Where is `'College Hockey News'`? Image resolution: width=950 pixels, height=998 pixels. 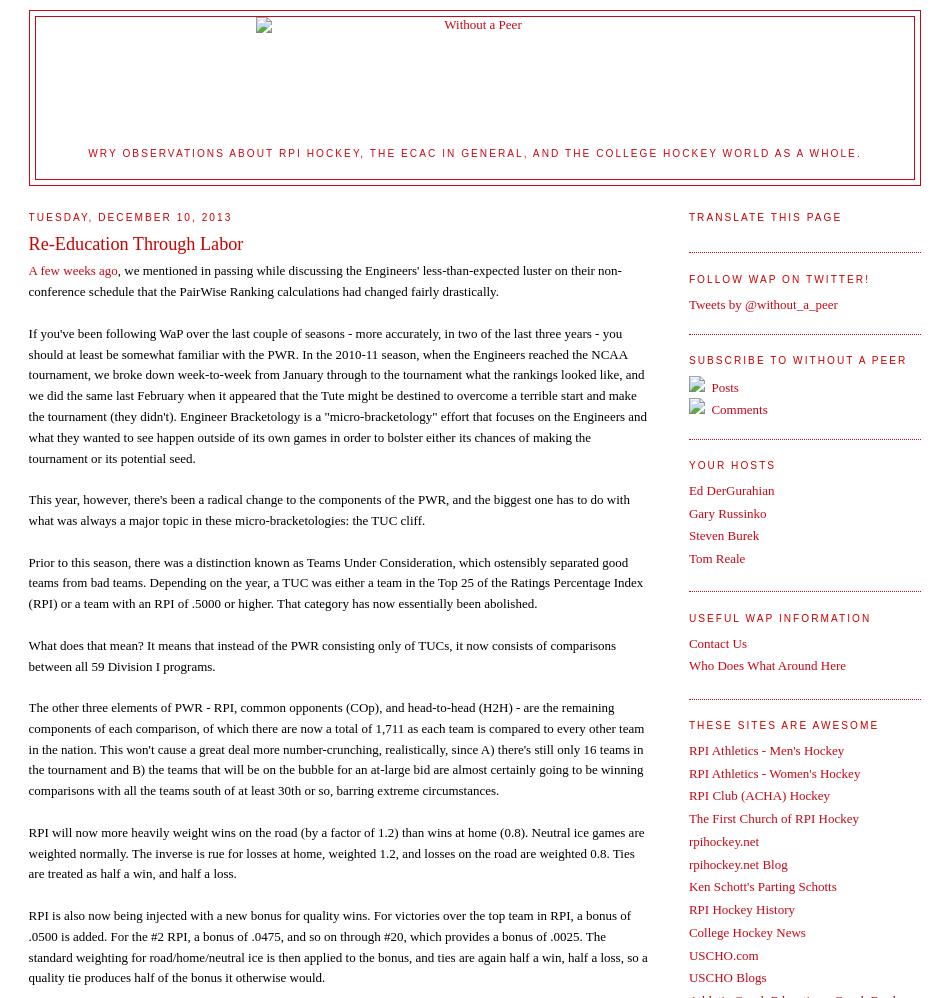 'College Hockey News' is located at coordinates (687, 931).